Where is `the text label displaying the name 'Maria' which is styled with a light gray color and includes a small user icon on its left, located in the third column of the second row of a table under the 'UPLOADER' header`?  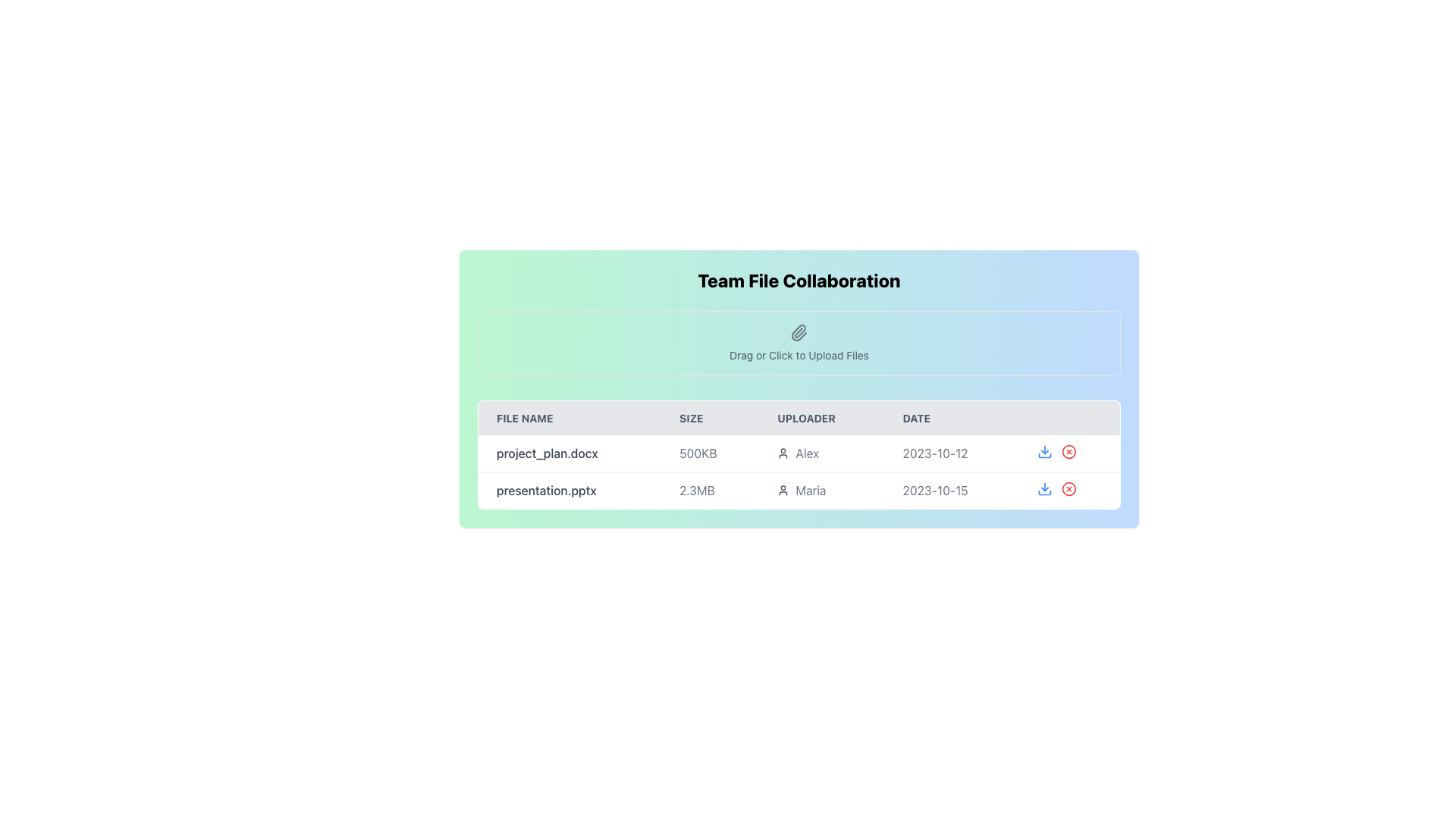
the text label displaying the name 'Maria' which is styled with a light gray color and includes a small user icon on its left, located in the third column of the second row of a table under the 'UPLOADER' header is located at coordinates (821, 491).